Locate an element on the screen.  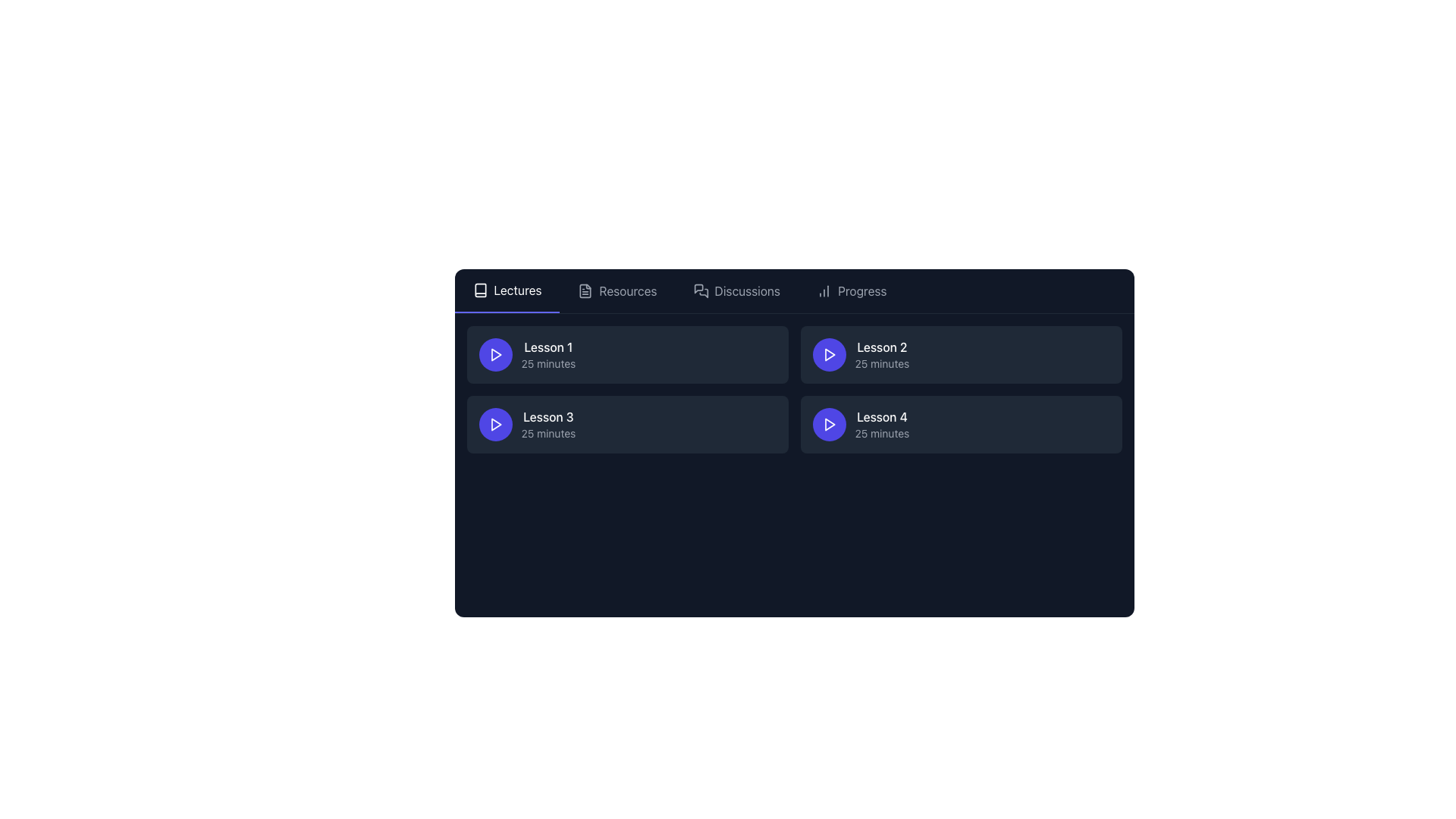
the play button icon located in the top-right of the 'Lesson 2' card to initiate playback of the associated lesson content is located at coordinates (828, 354).